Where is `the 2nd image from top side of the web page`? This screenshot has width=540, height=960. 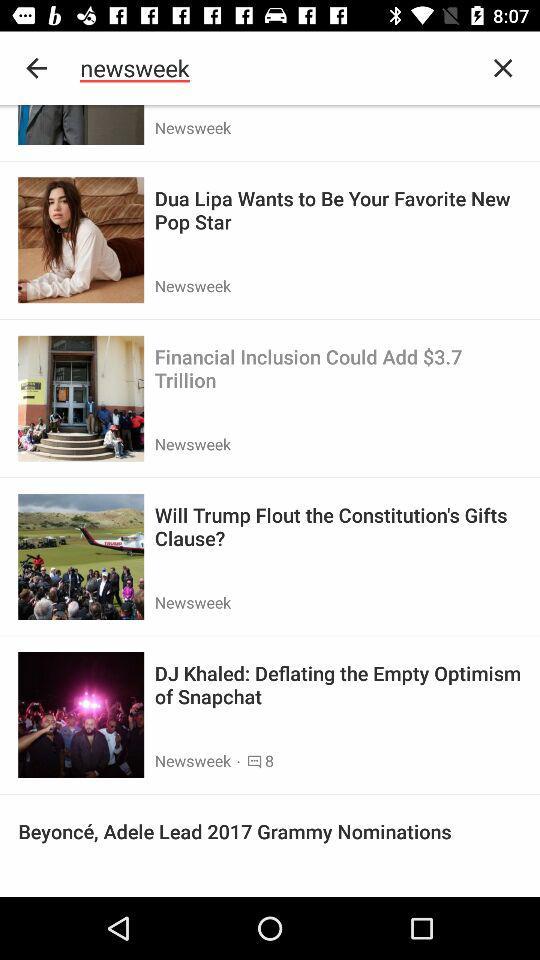
the 2nd image from top side of the web page is located at coordinates (80, 240).